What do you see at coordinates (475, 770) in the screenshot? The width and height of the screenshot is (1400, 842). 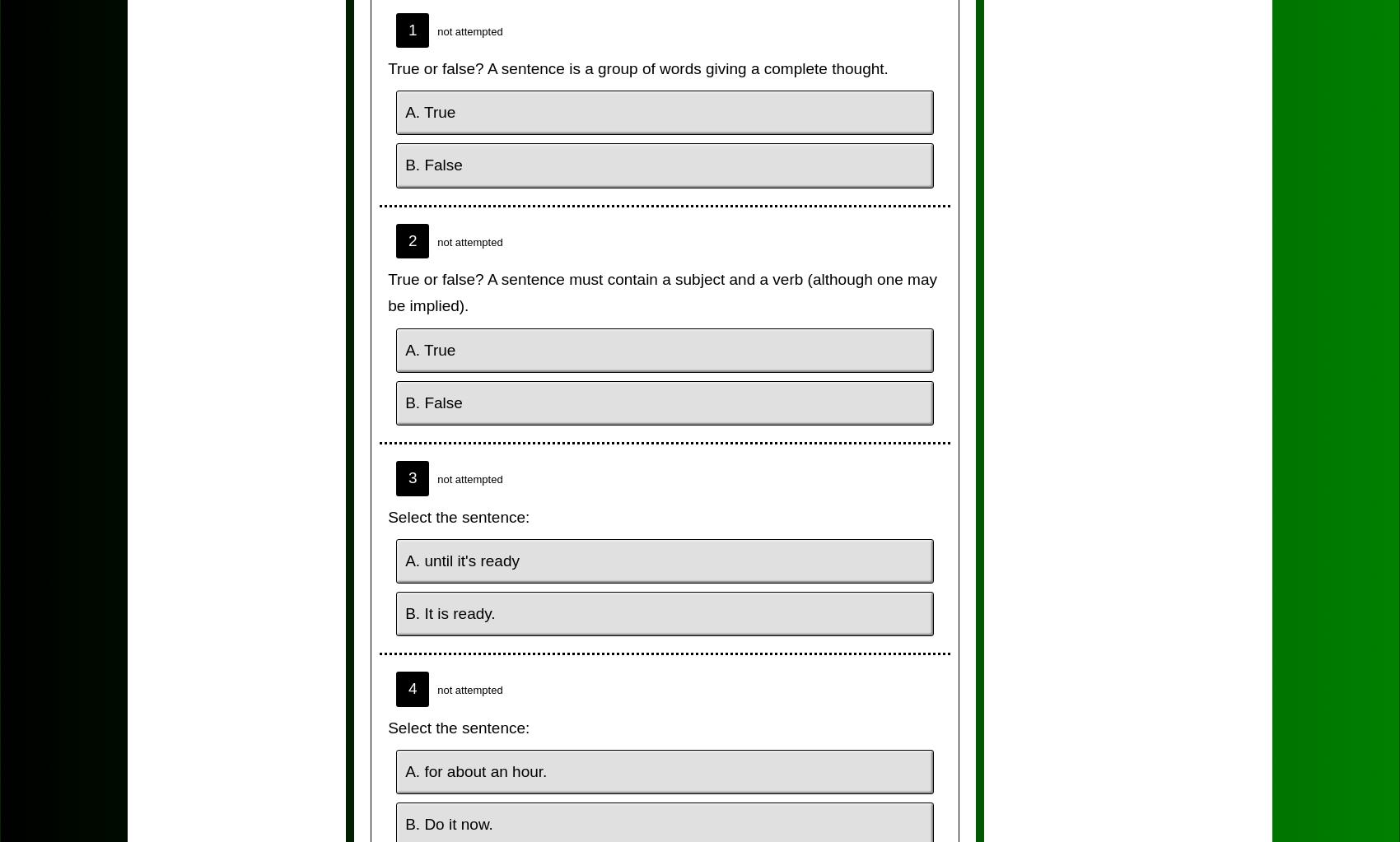 I see `'A. for about an hour.'` at bounding box center [475, 770].